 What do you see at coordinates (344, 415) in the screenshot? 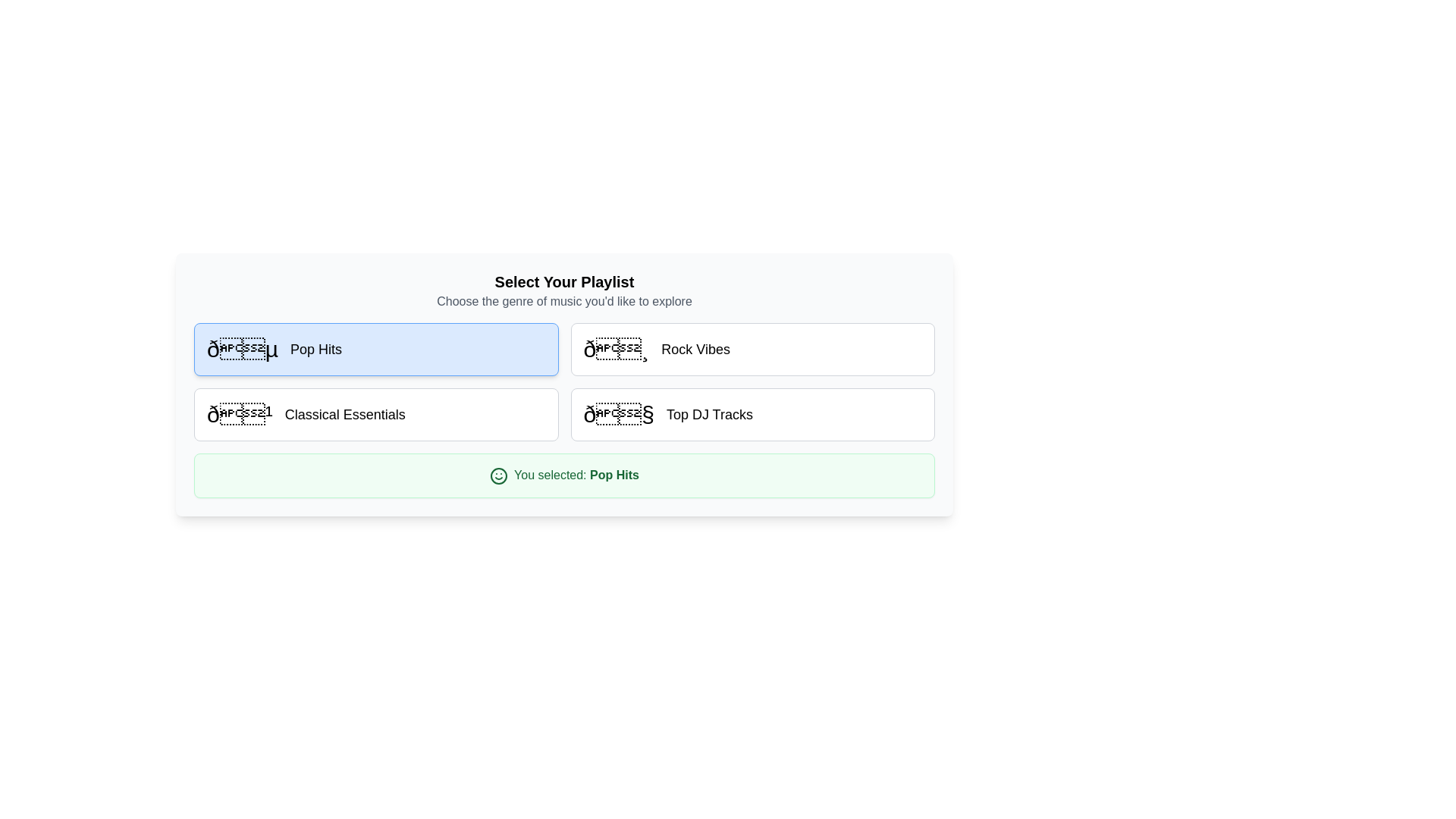
I see `text label for the 'Classical Essentials' playlist option located in the second row of the left column, which is inside a white box bordered by gray and next to a large musical note icon` at bounding box center [344, 415].